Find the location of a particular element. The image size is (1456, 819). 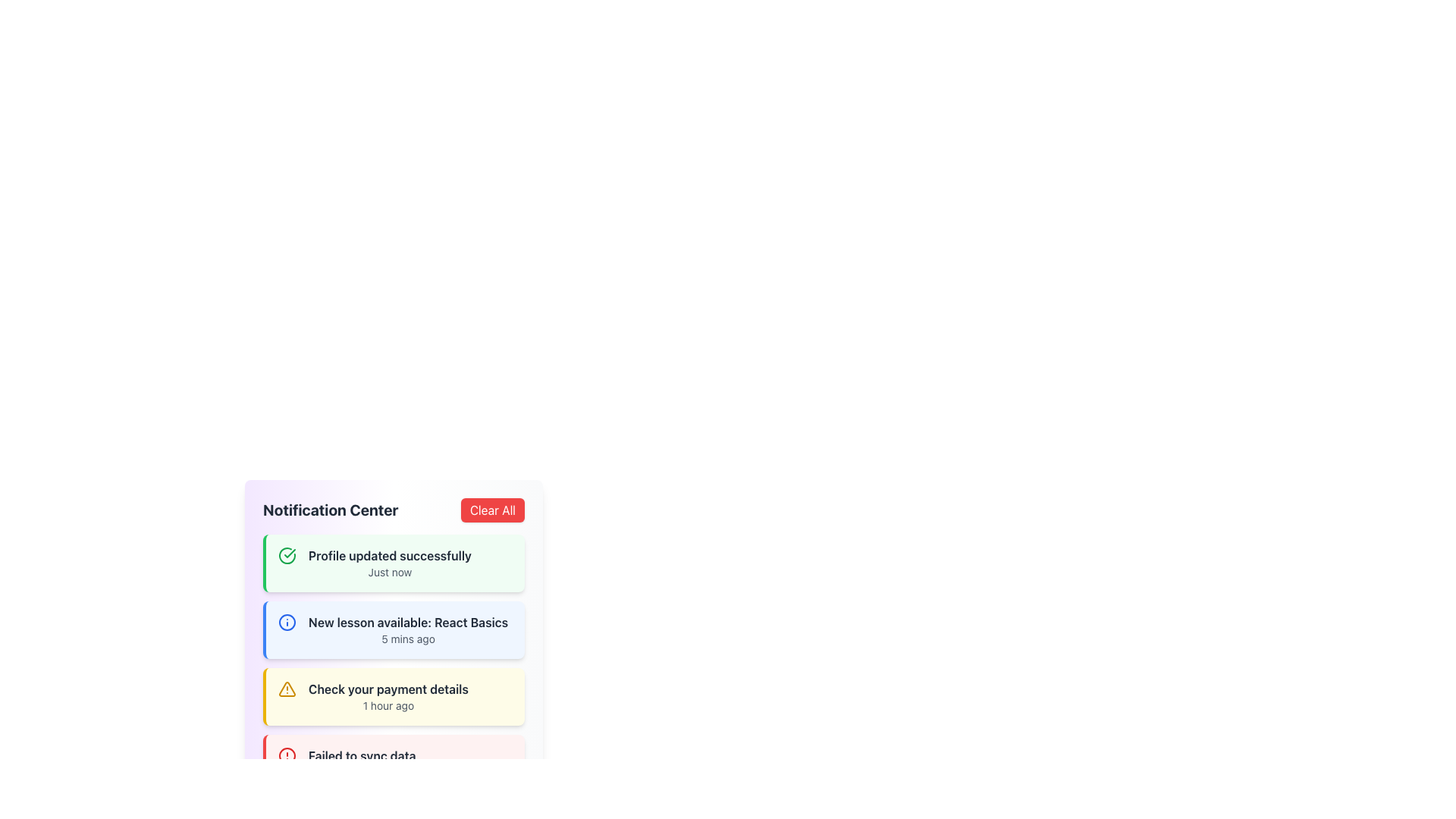

message from the Text block with a notification style located in the first notification card in the notifications list is located at coordinates (390, 563).